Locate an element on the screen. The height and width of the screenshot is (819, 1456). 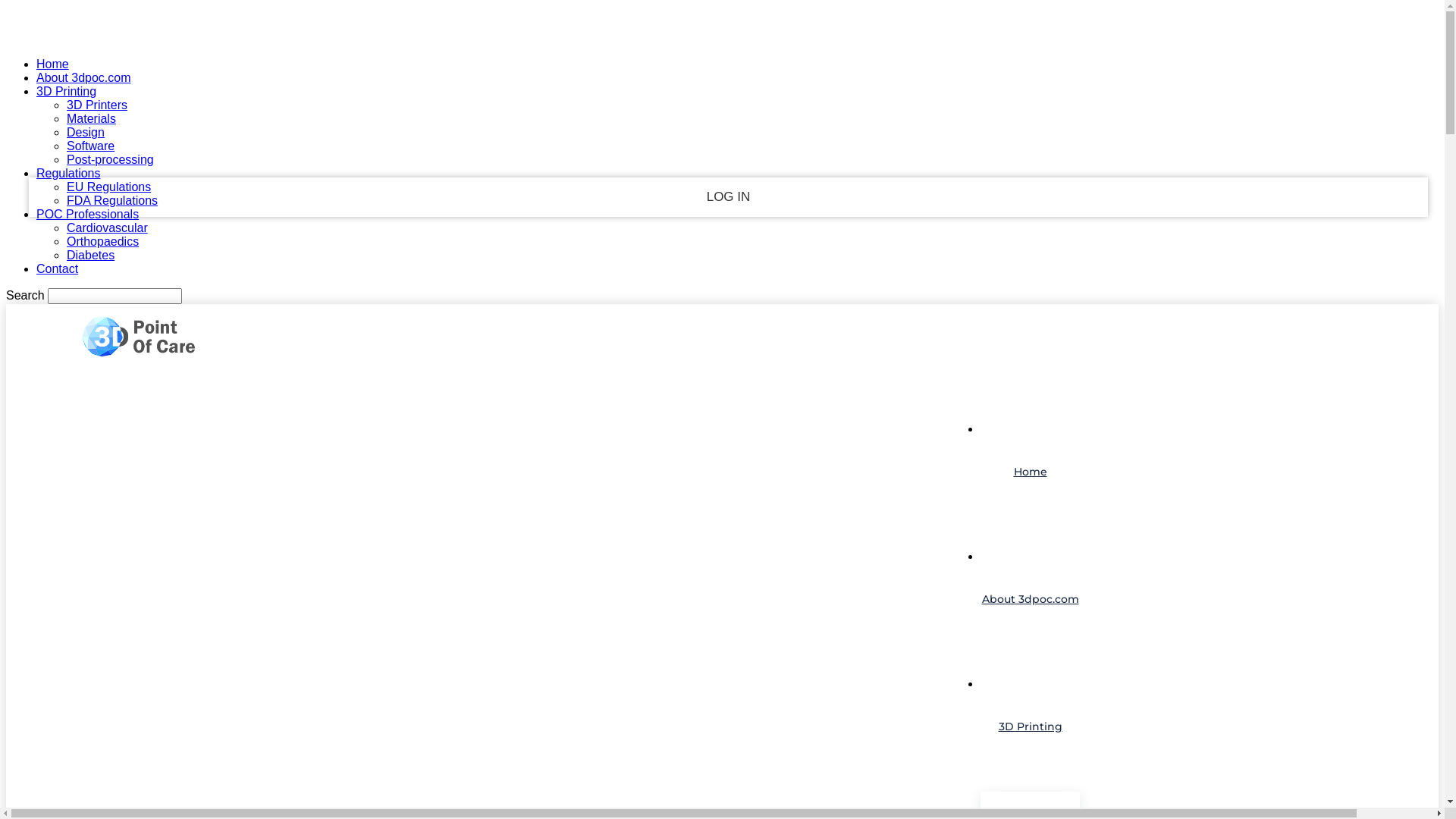
'Contact' is located at coordinates (36, 268).